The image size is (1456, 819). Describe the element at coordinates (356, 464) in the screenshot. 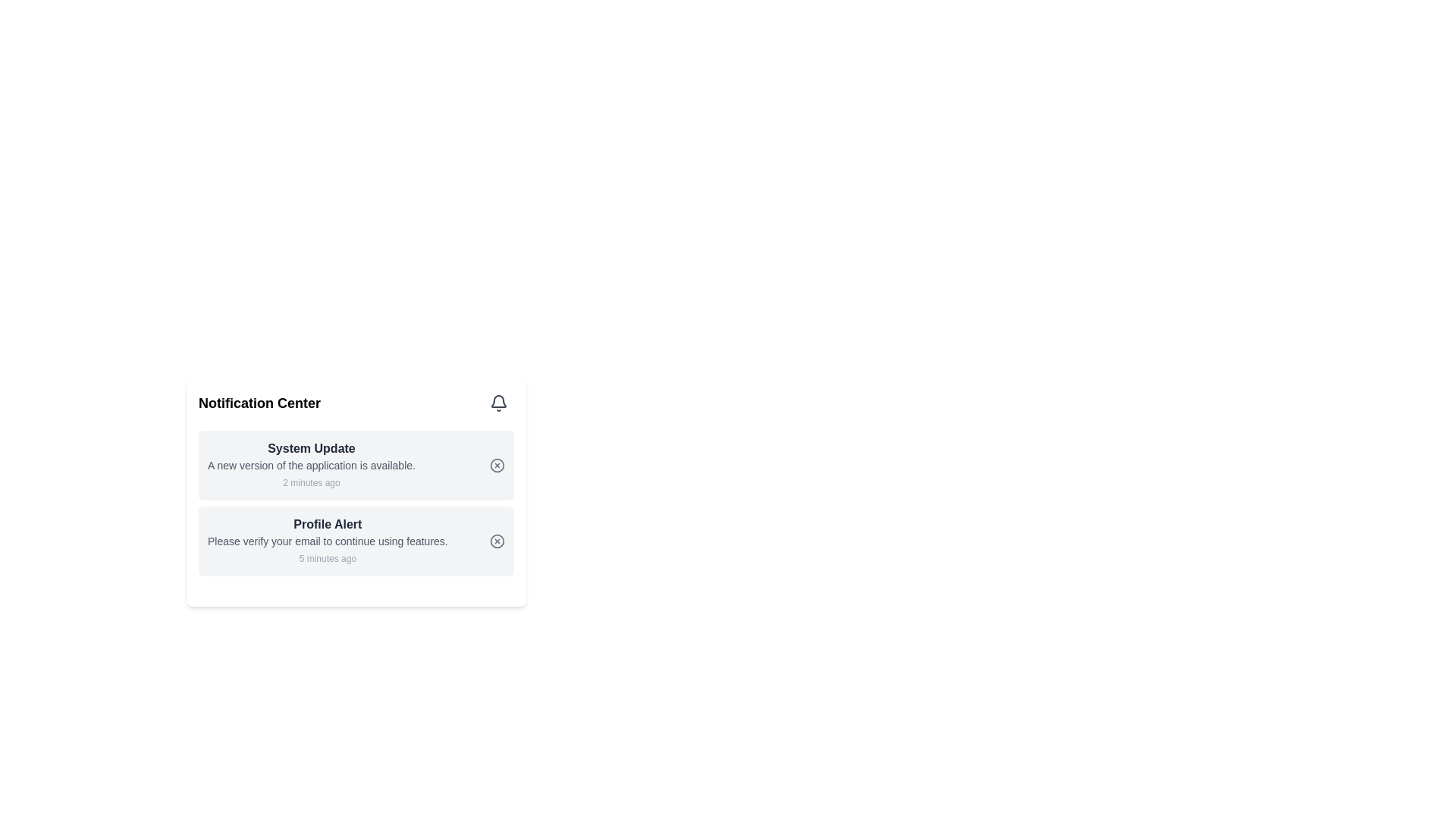

I see `the Notification Card displaying 'System Update' with a close button icon, which is the first card in the Notification Center` at that location.